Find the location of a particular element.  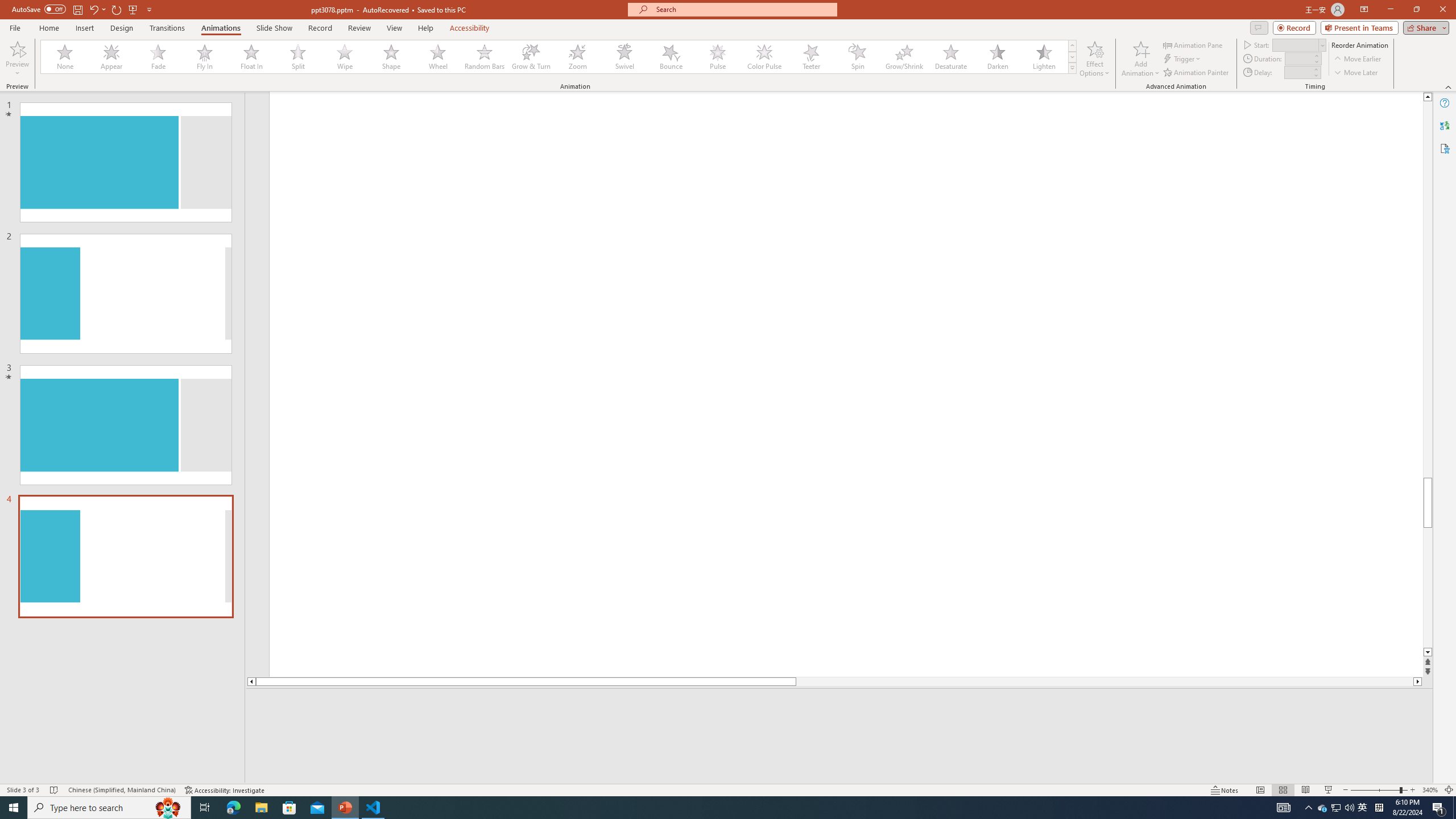

'Swivel' is located at coordinates (624, 56).